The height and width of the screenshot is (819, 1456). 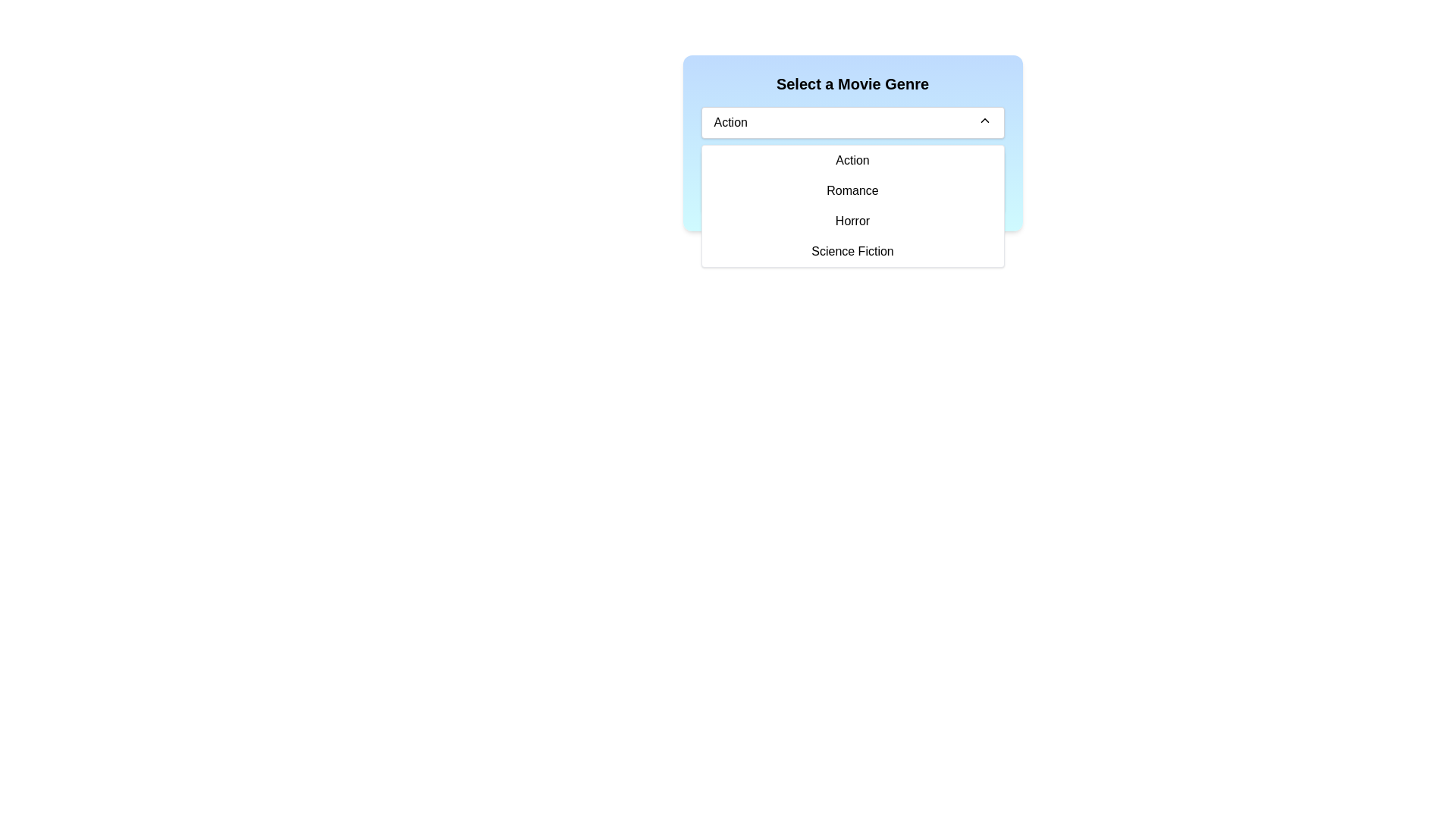 What do you see at coordinates (852, 161) in the screenshot?
I see `the first item in the dropdown menu below the 'Select a Movie Genre' button` at bounding box center [852, 161].